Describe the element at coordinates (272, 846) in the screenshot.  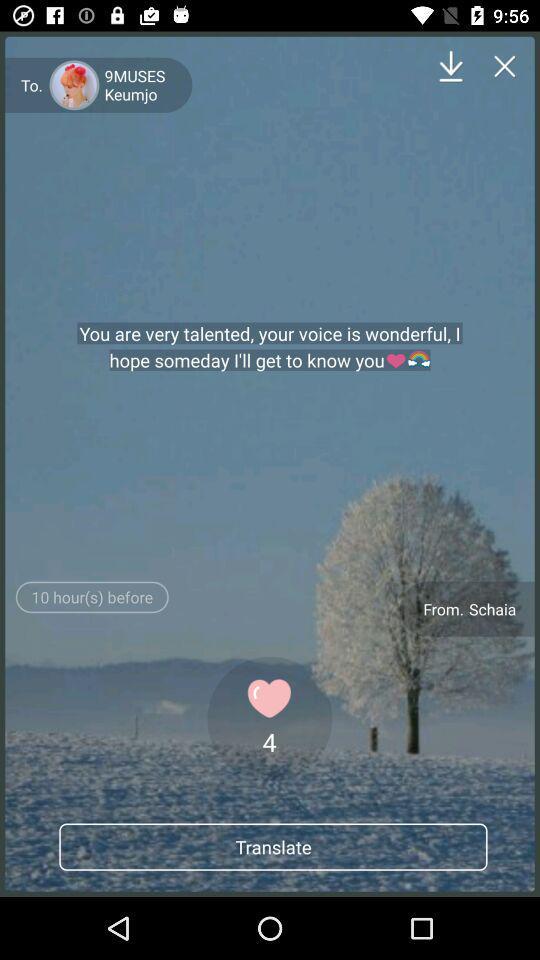
I see `translate icon` at that location.